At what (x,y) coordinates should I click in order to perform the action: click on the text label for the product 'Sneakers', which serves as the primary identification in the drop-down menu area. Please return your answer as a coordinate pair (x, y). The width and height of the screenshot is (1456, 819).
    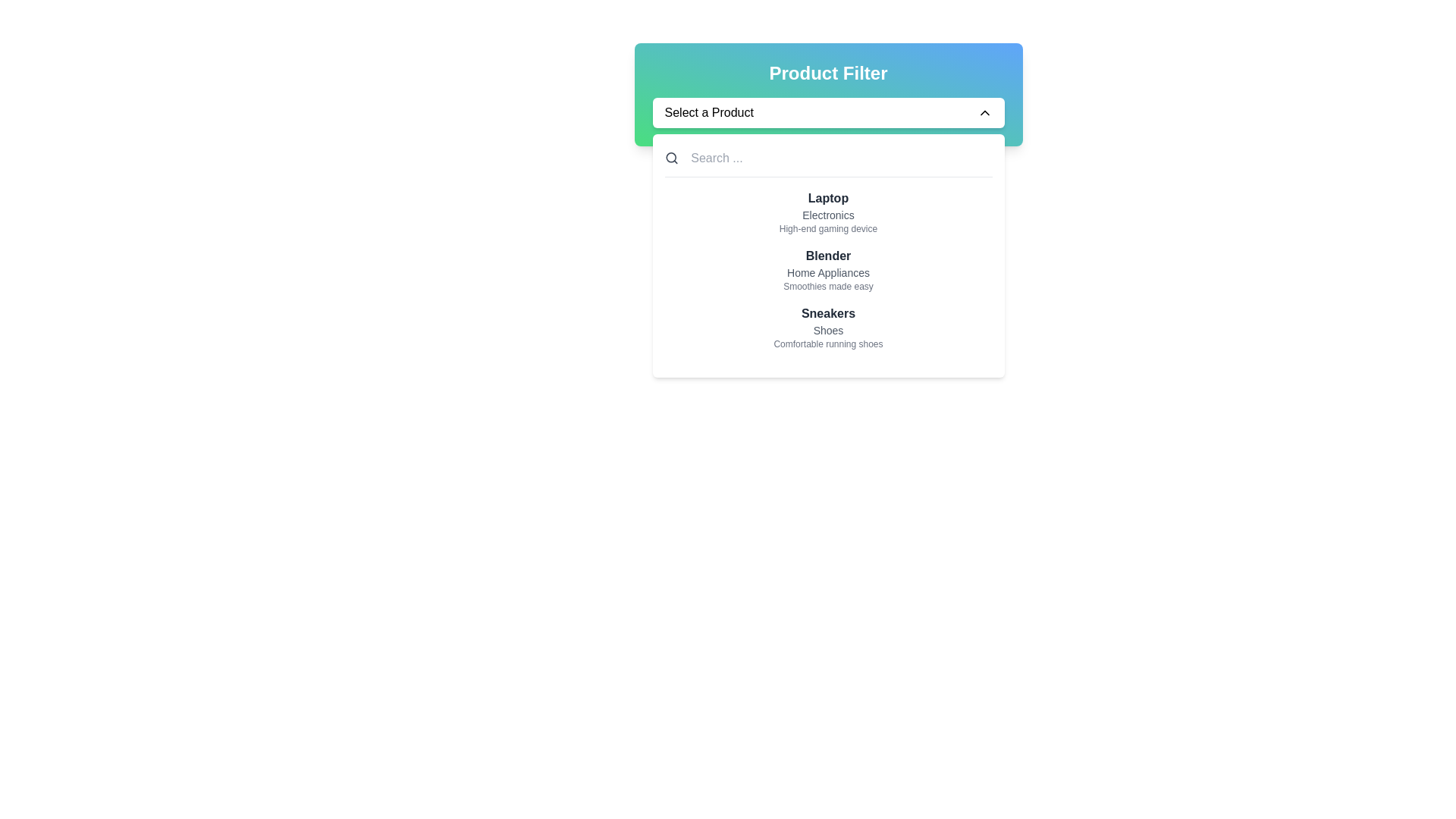
    Looking at the image, I should click on (827, 312).